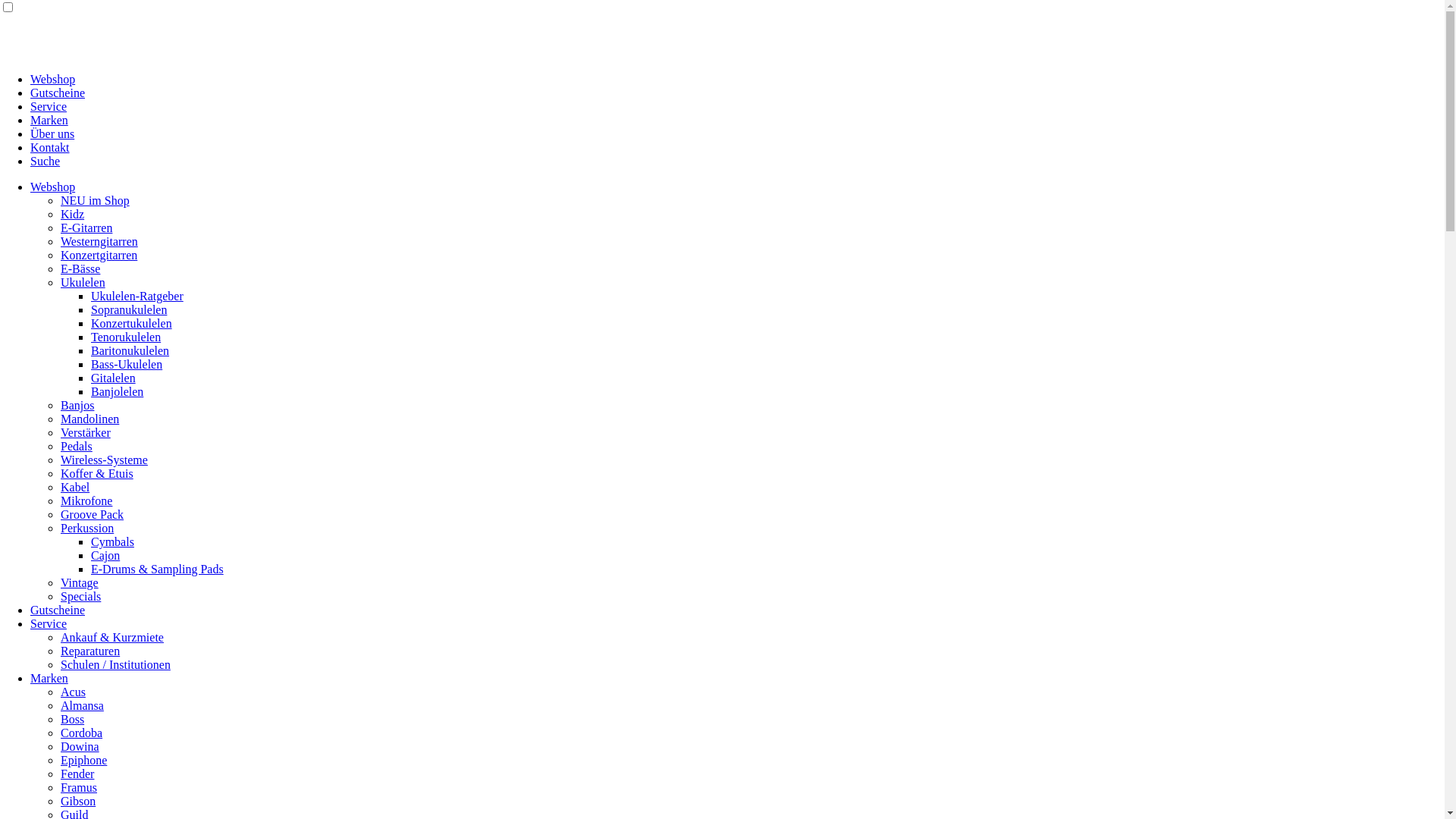 This screenshot has height=819, width=1456. Describe the element at coordinates (83, 760) in the screenshot. I see `'Epiphone'` at that location.